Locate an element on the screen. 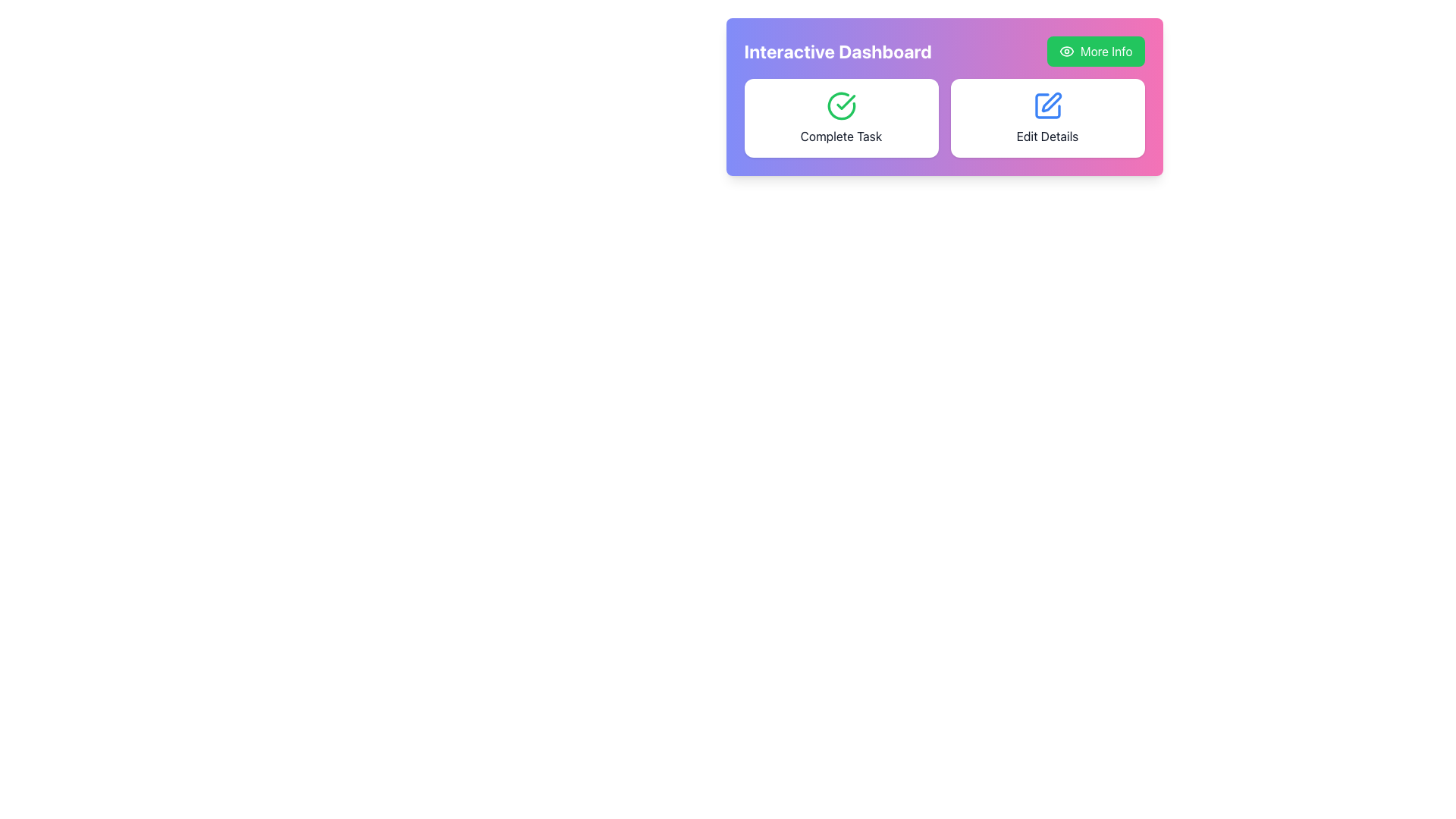 The height and width of the screenshot is (819, 1456). the outer oval of the eye icon, which is part of the composite icon indicating visibility, located at the upper right of the 'Interactive Dashboard' box is located at coordinates (1065, 51).